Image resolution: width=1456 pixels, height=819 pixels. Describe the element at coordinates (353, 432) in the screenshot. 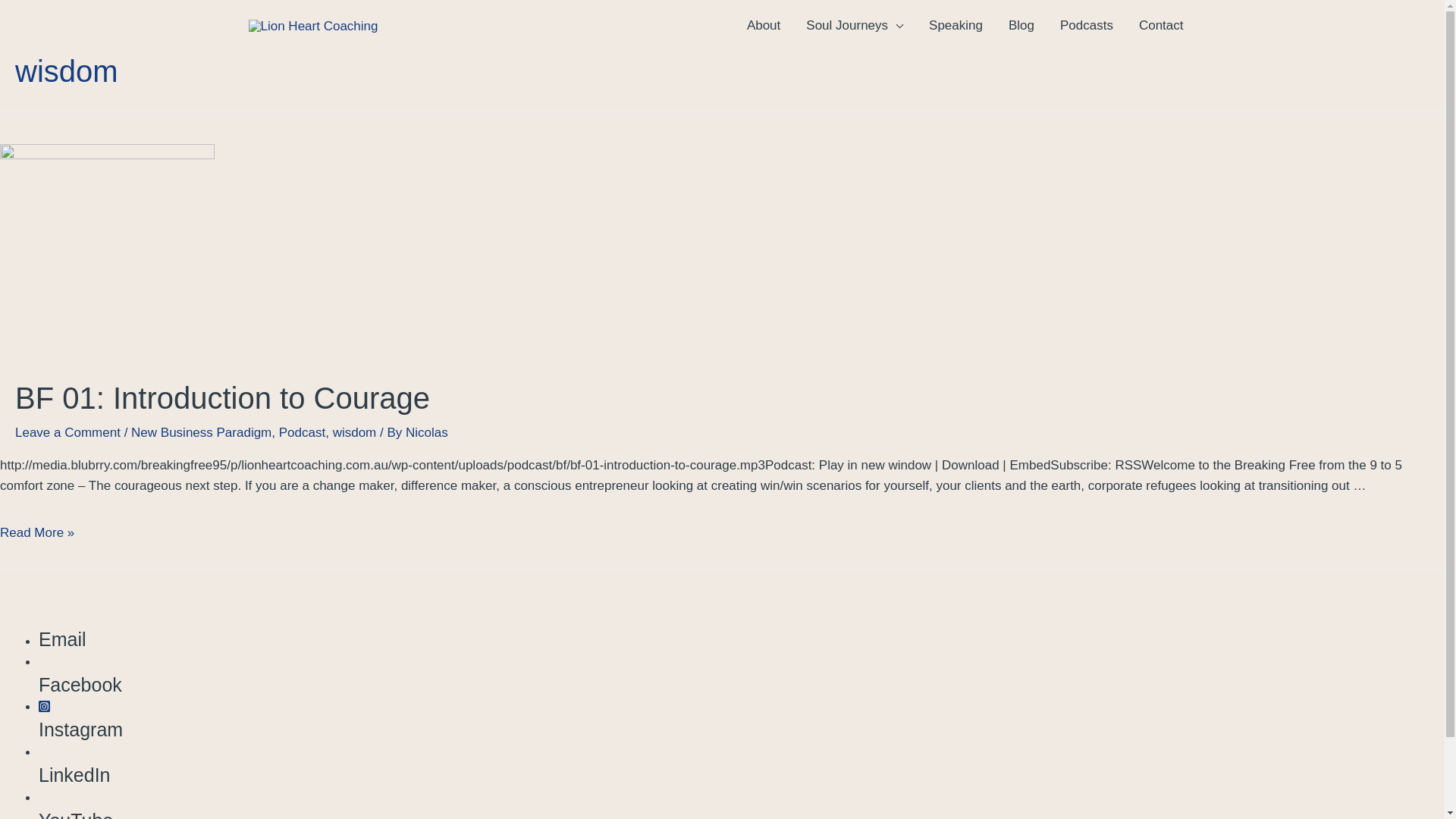

I see `'wisdom'` at that location.